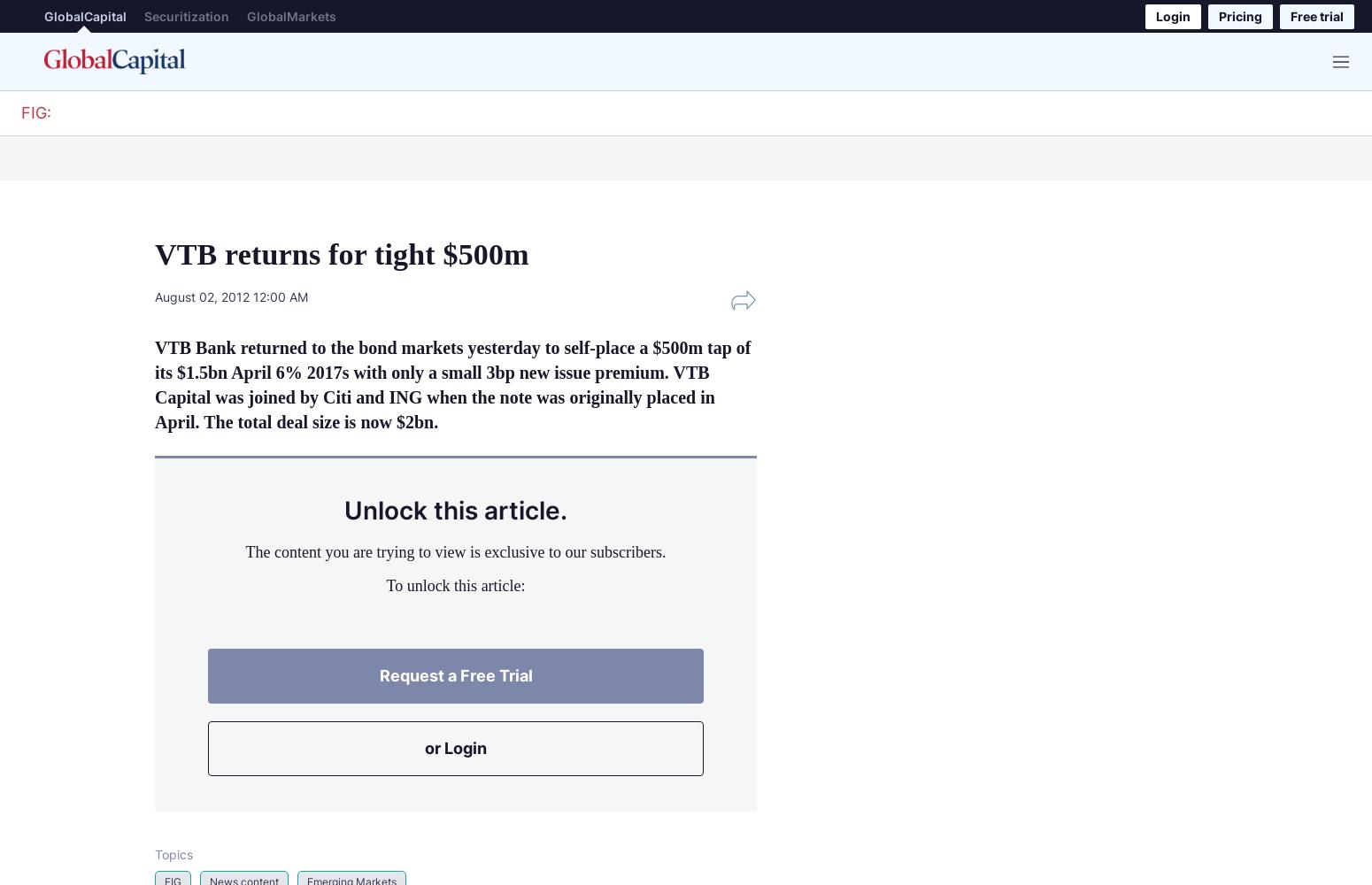 Image resolution: width=1372 pixels, height=885 pixels. Describe the element at coordinates (454, 674) in the screenshot. I see `'Request a Free Trial'` at that location.